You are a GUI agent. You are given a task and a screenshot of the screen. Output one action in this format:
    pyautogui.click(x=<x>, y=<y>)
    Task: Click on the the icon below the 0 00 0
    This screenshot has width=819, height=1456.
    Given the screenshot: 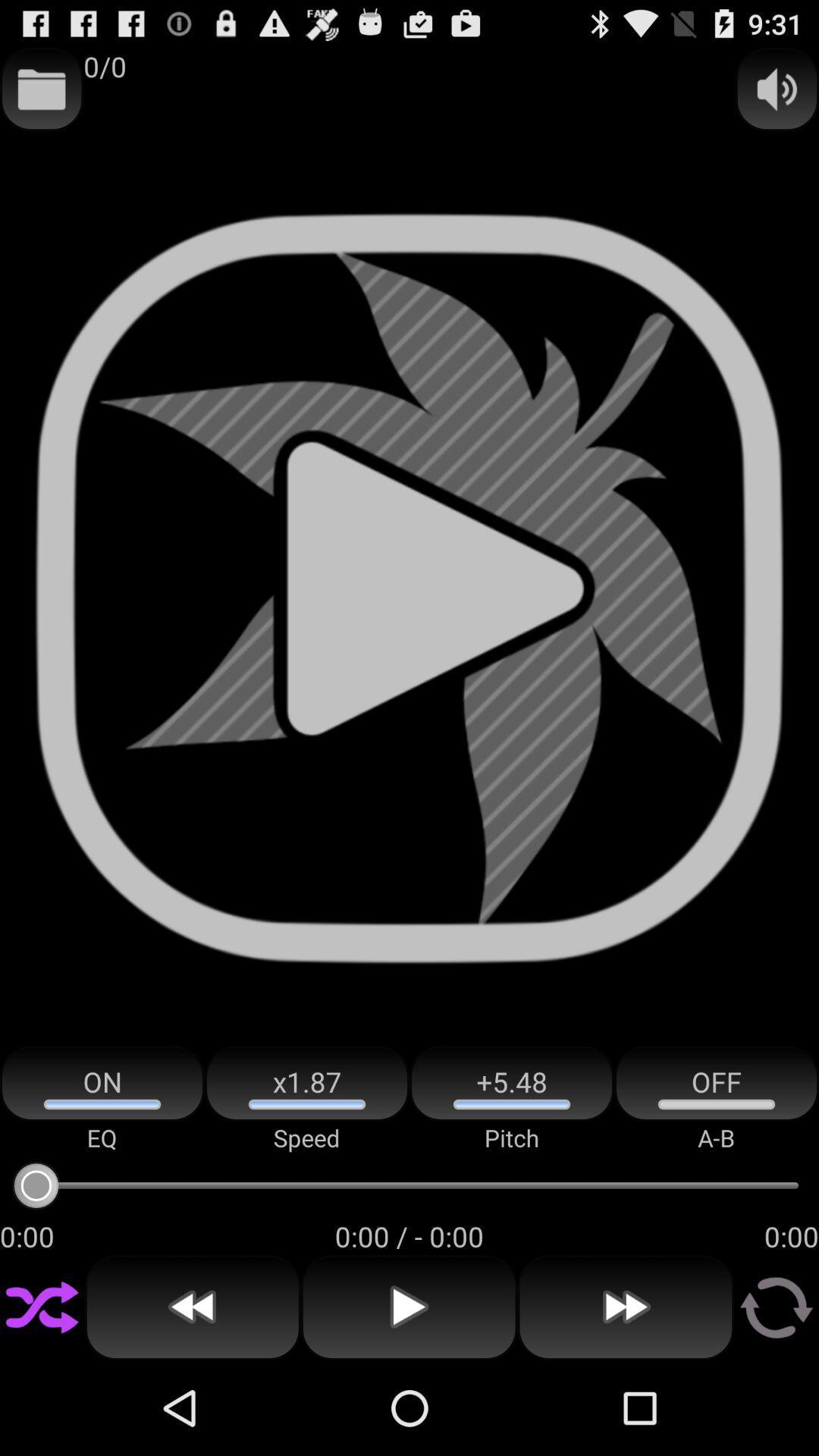 What is the action you would take?
    pyautogui.click(x=626, y=1307)
    